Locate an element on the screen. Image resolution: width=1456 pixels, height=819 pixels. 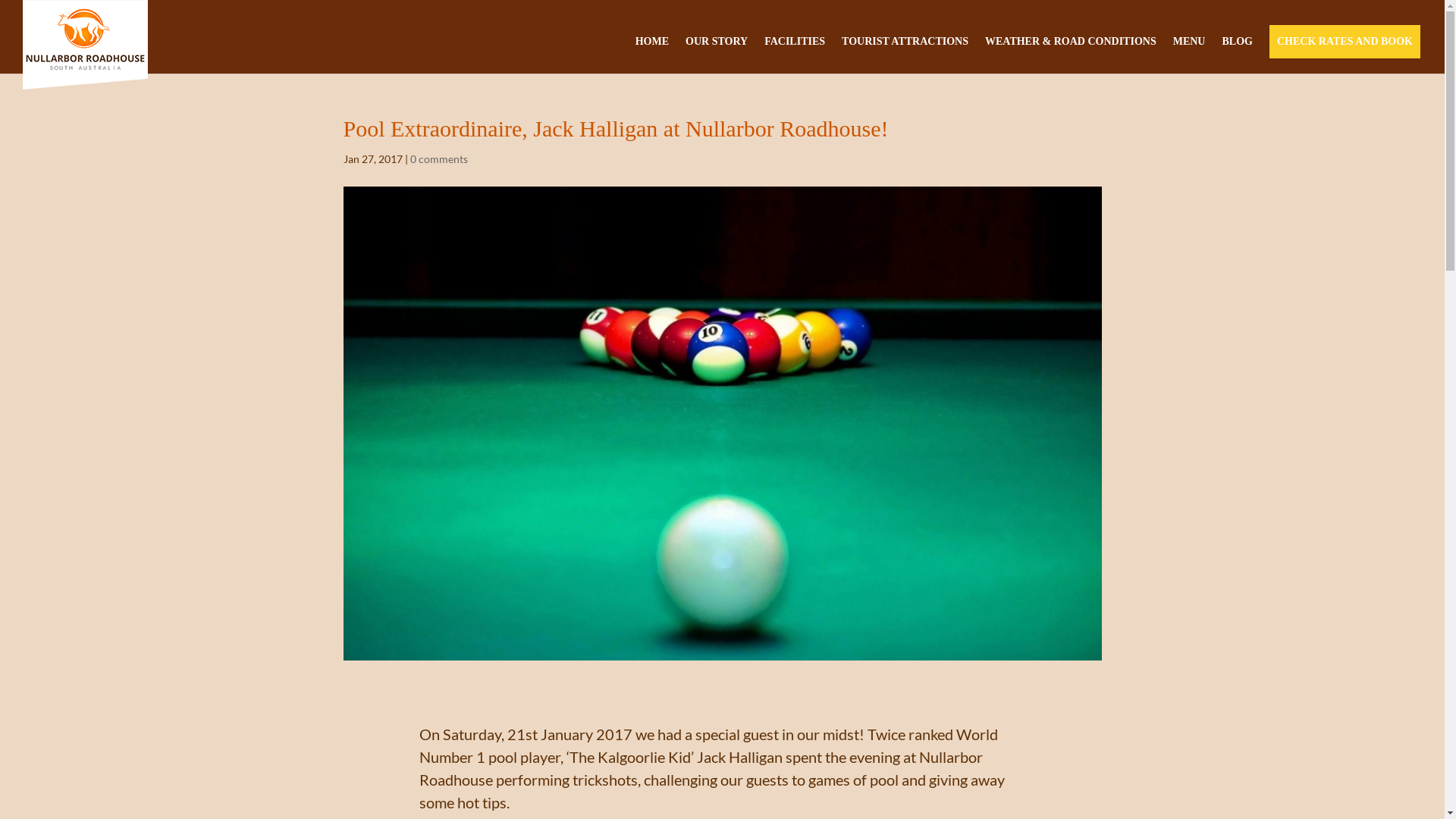
'TOURIST ATTRACTIONS' is located at coordinates (905, 46).